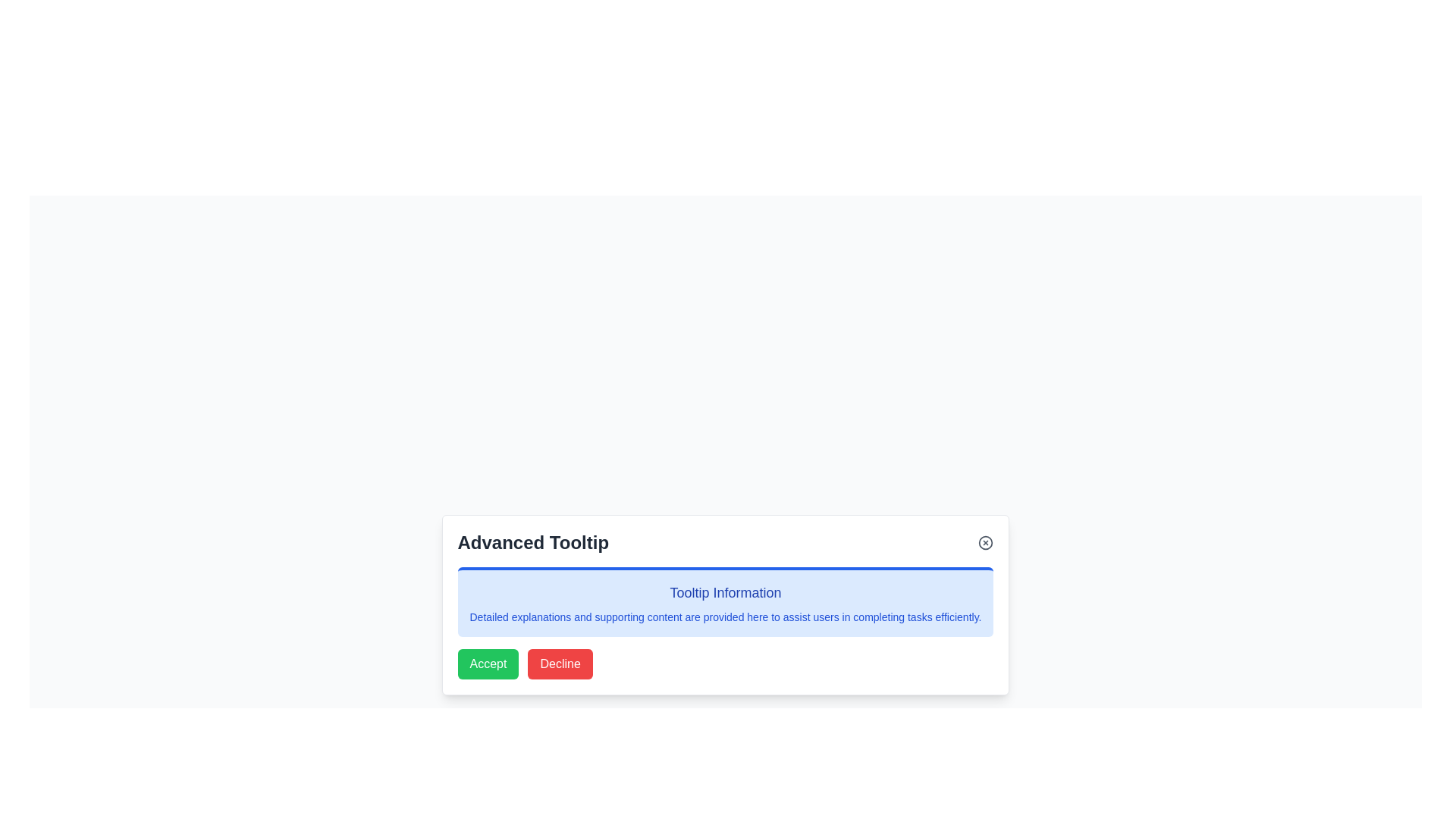 The width and height of the screenshot is (1456, 819). Describe the element at coordinates (488, 663) in the screenshot. I see `the approval button located at the bottom of the card beneath the 'Advanced Tooltip' section` at that location.